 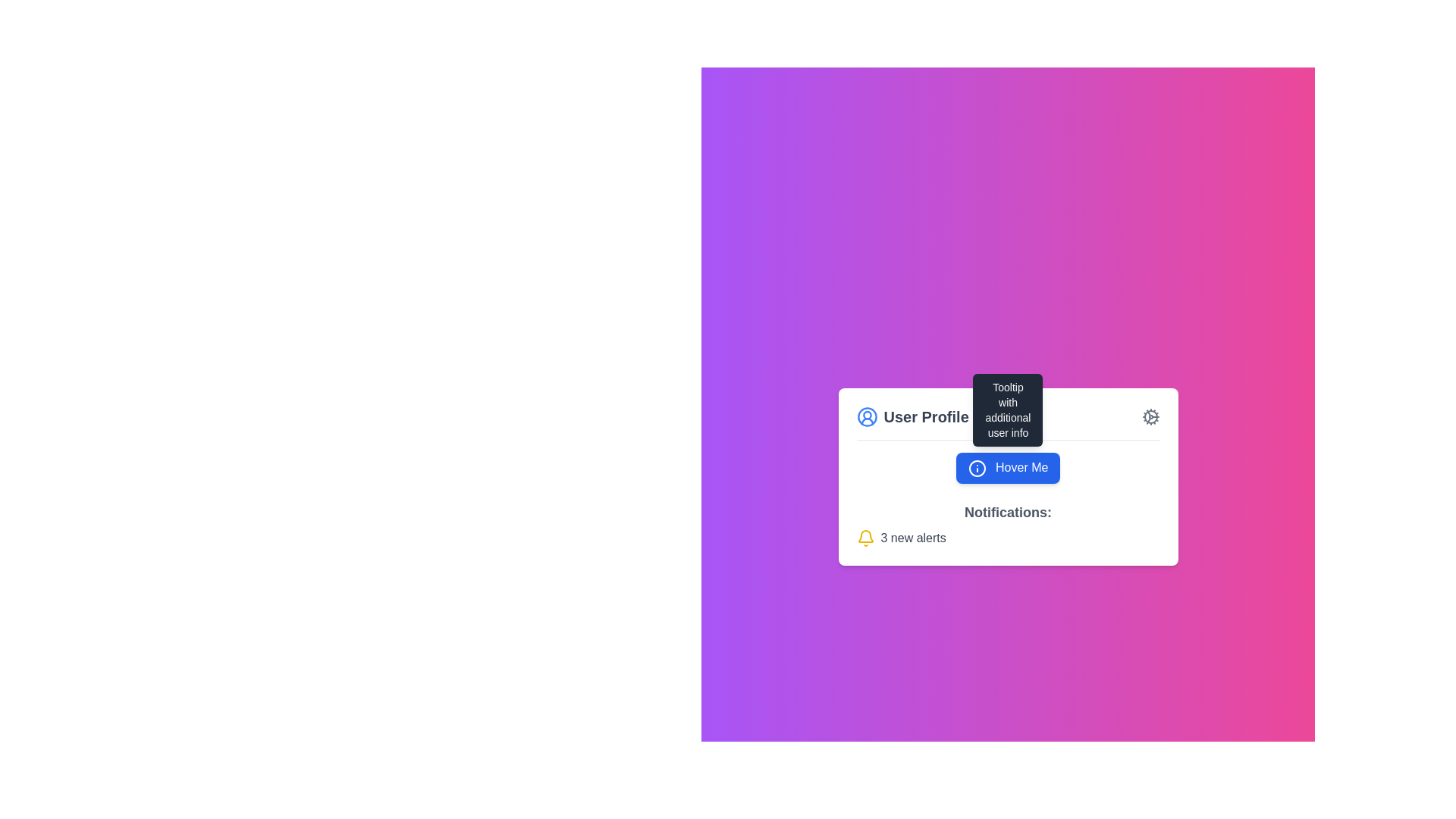 What do you see at coordinates (867, 417) in the screenshot?
I see `the Decorative outline (SVG Circle) that serves as the outermost circular outline within the user profile icon at the top-left of the user profile card` at bounding box center [867, 417].